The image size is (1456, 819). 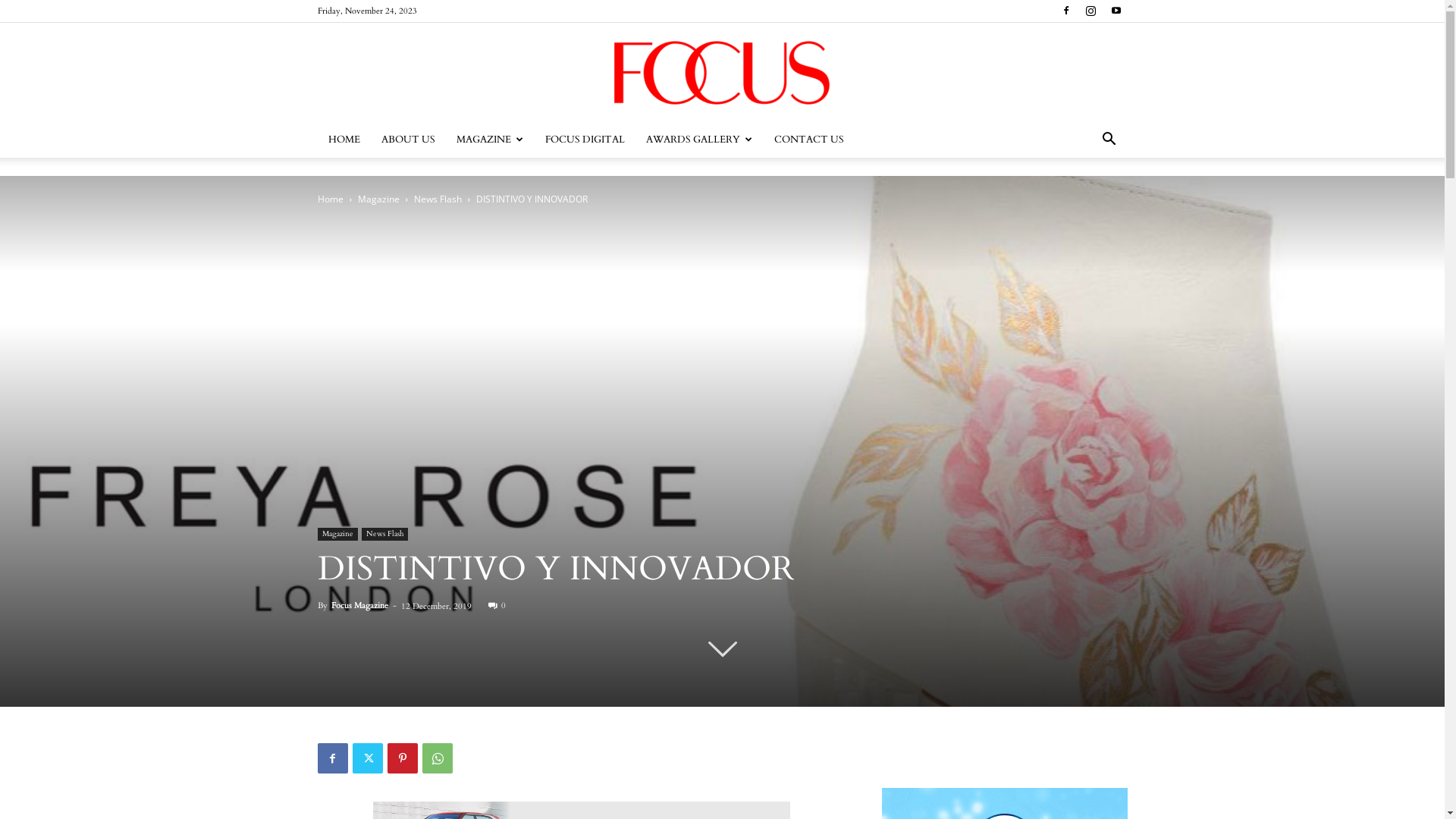 What do you see at coordinates (329, 198) in the screenshot?
I see `'Home'` at bounding box center [329, 198].